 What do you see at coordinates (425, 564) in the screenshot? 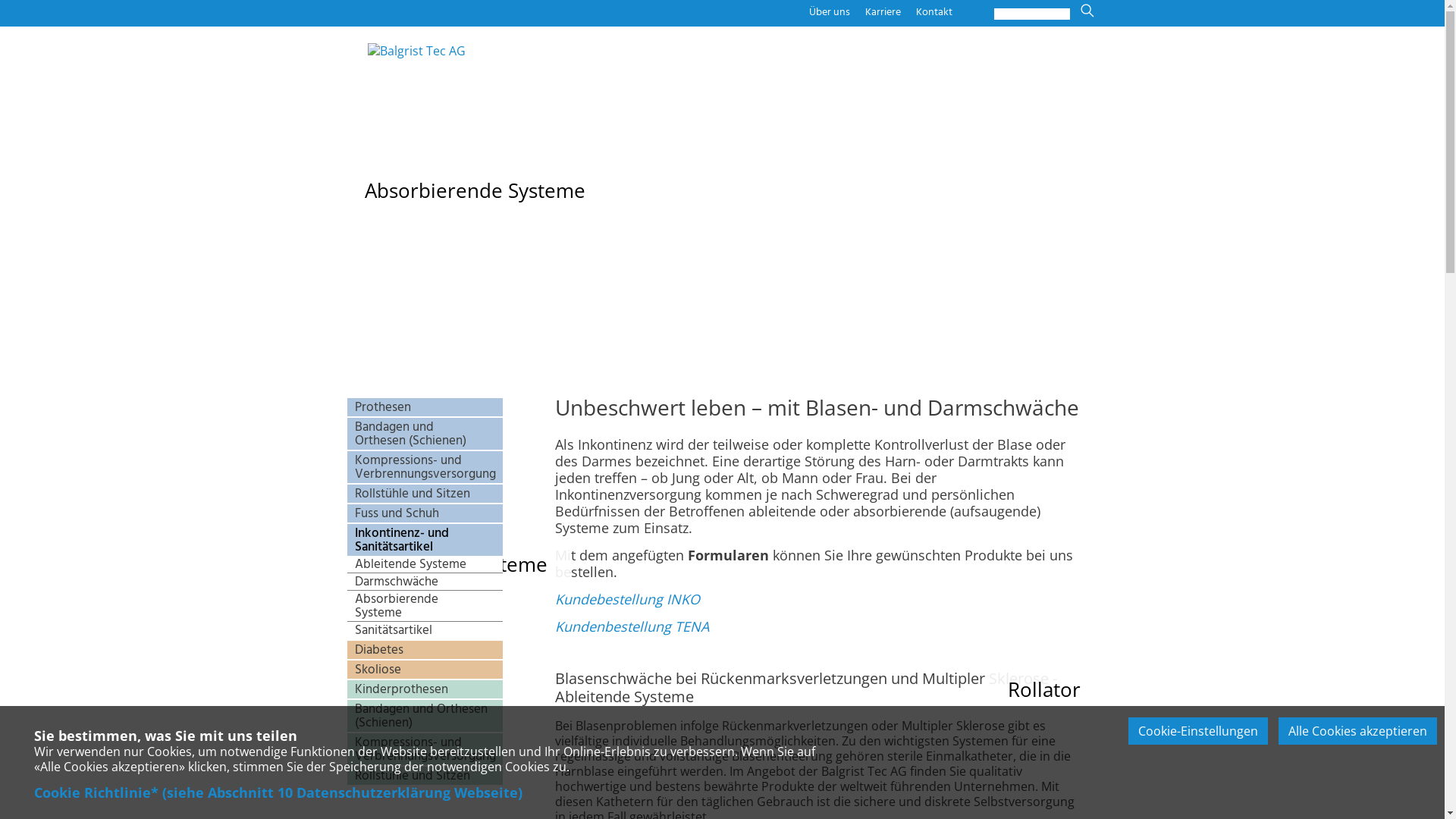
I see `'Ableitende Systeme'` at bounding box center [425, 564].